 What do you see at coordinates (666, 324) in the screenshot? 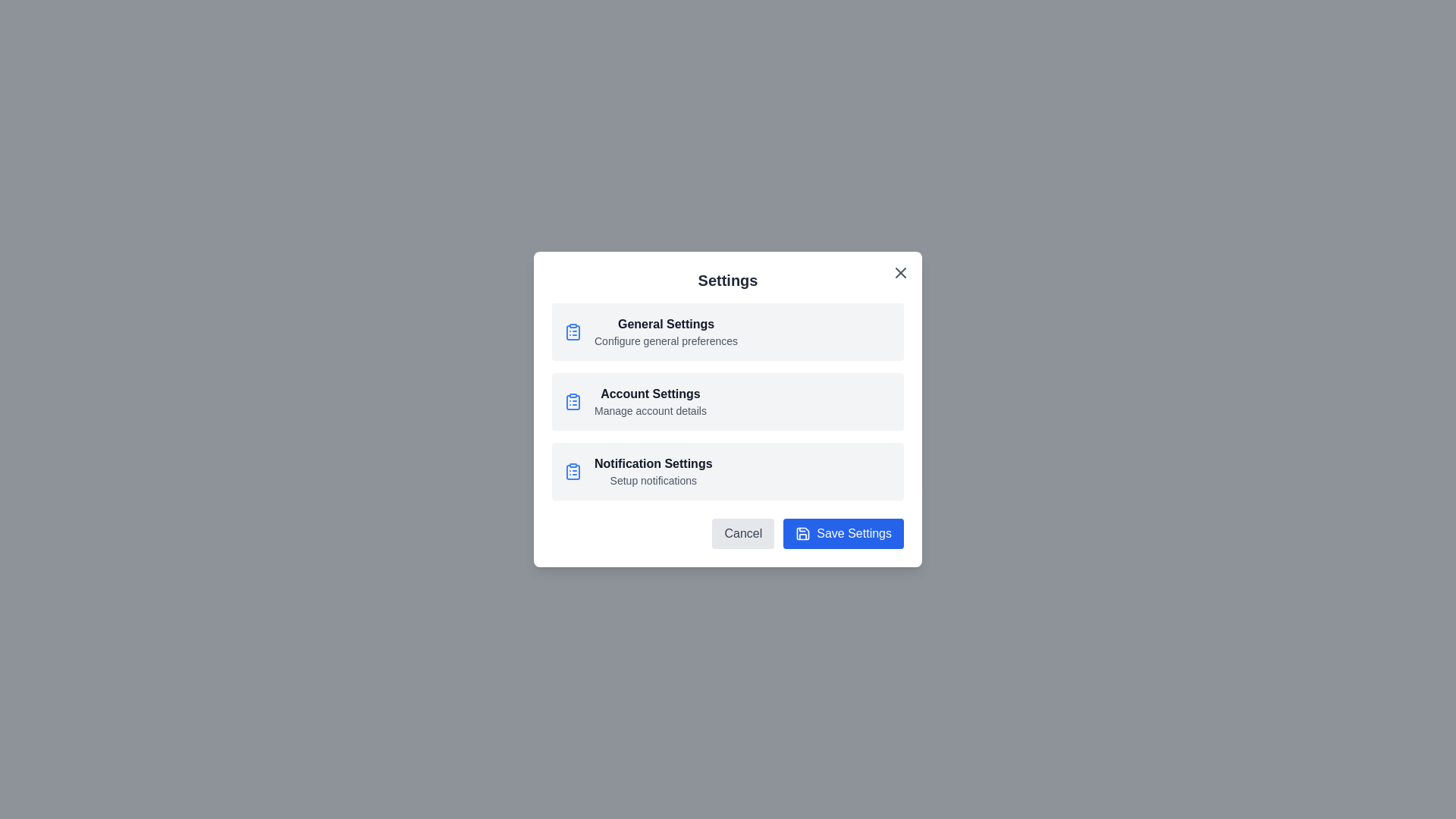
I see `the header text label located at the top of the first option within the 'Settings' modal dialog, which provides context for the associated settings option` at bounding box center [666, 324].